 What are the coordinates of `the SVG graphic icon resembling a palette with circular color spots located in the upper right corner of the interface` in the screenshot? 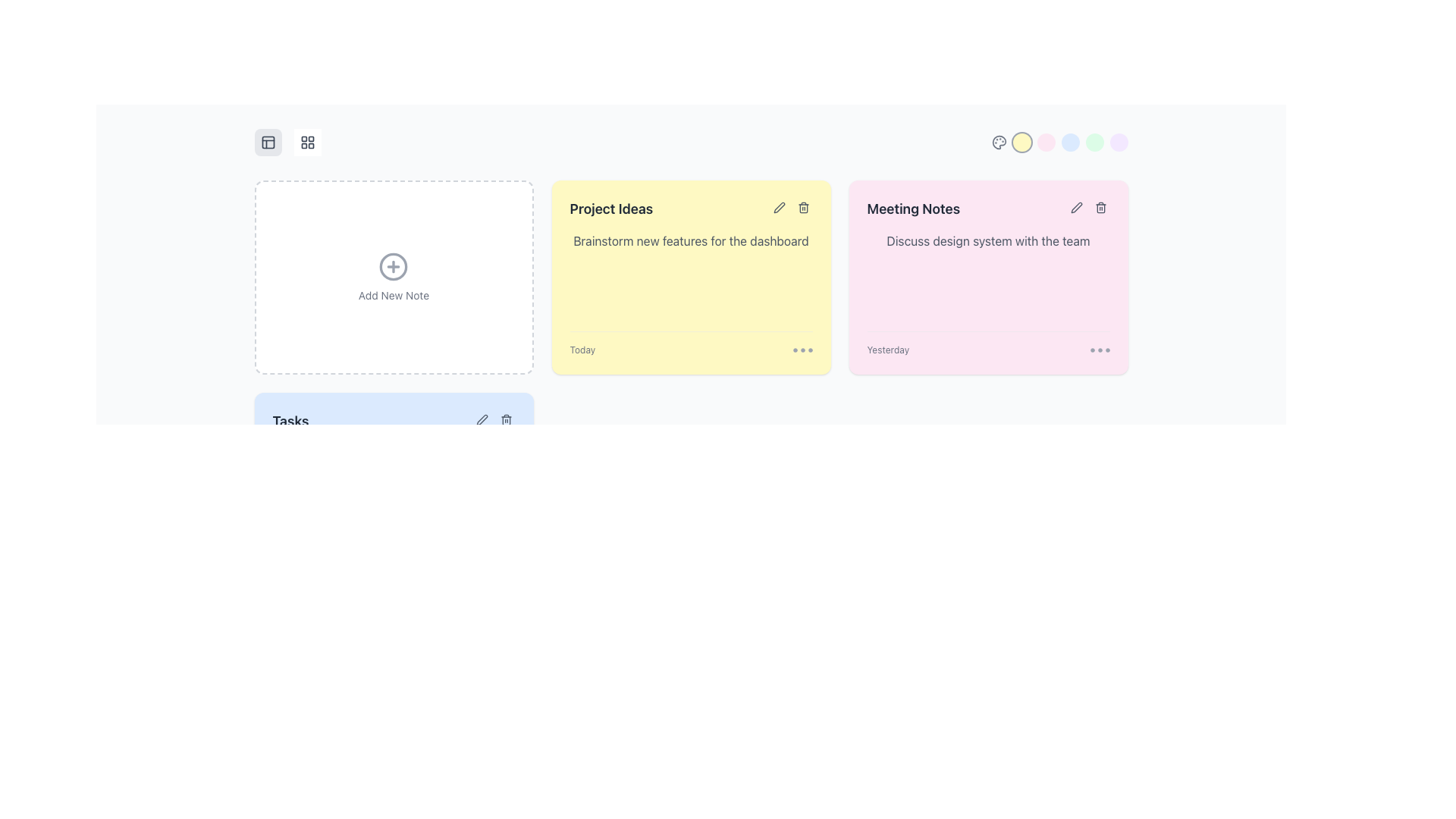 It's located at (998, 143).